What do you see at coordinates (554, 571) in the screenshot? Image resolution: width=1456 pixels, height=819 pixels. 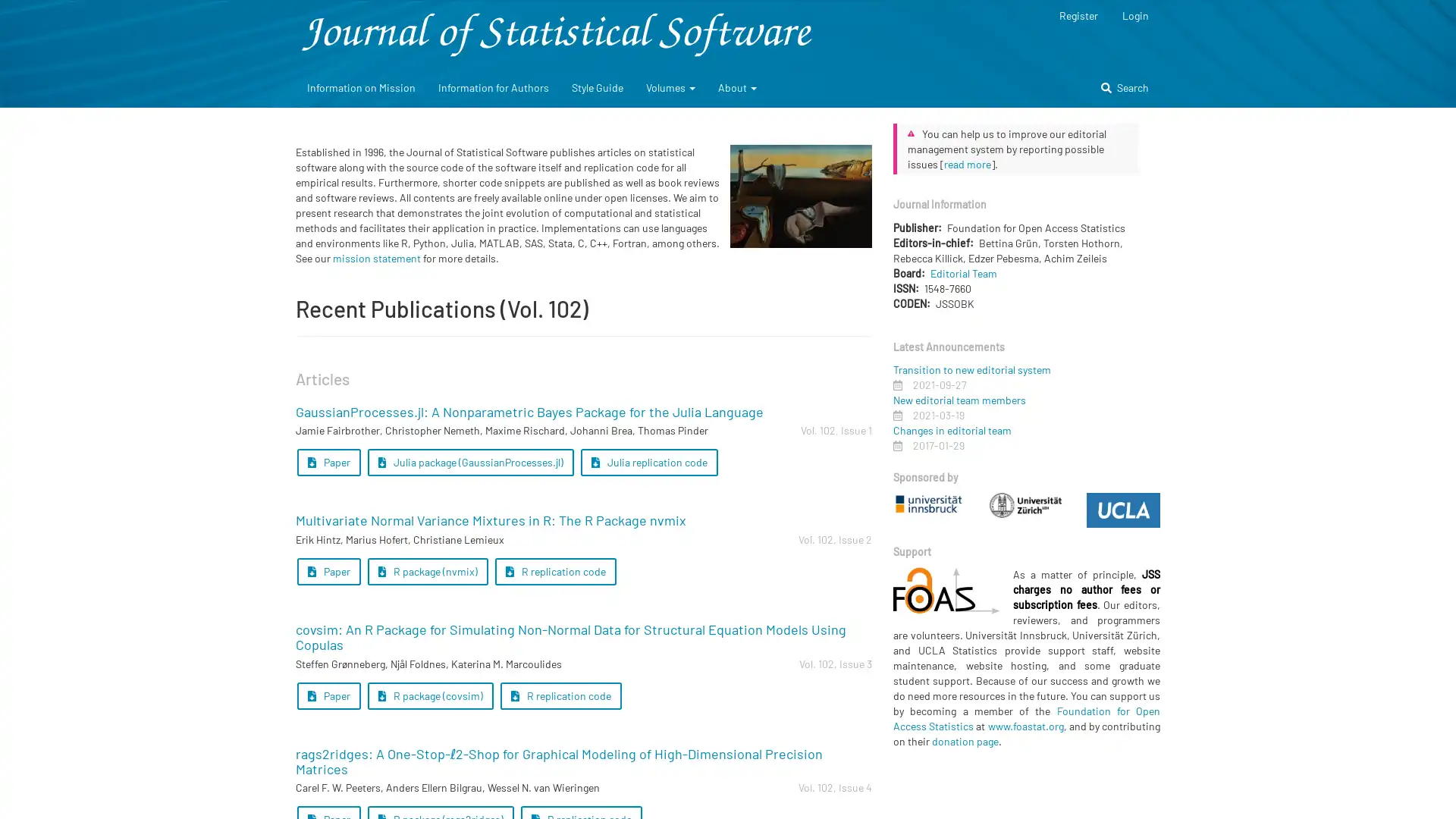 I see `R replication code` at bounding box center [554, 571].